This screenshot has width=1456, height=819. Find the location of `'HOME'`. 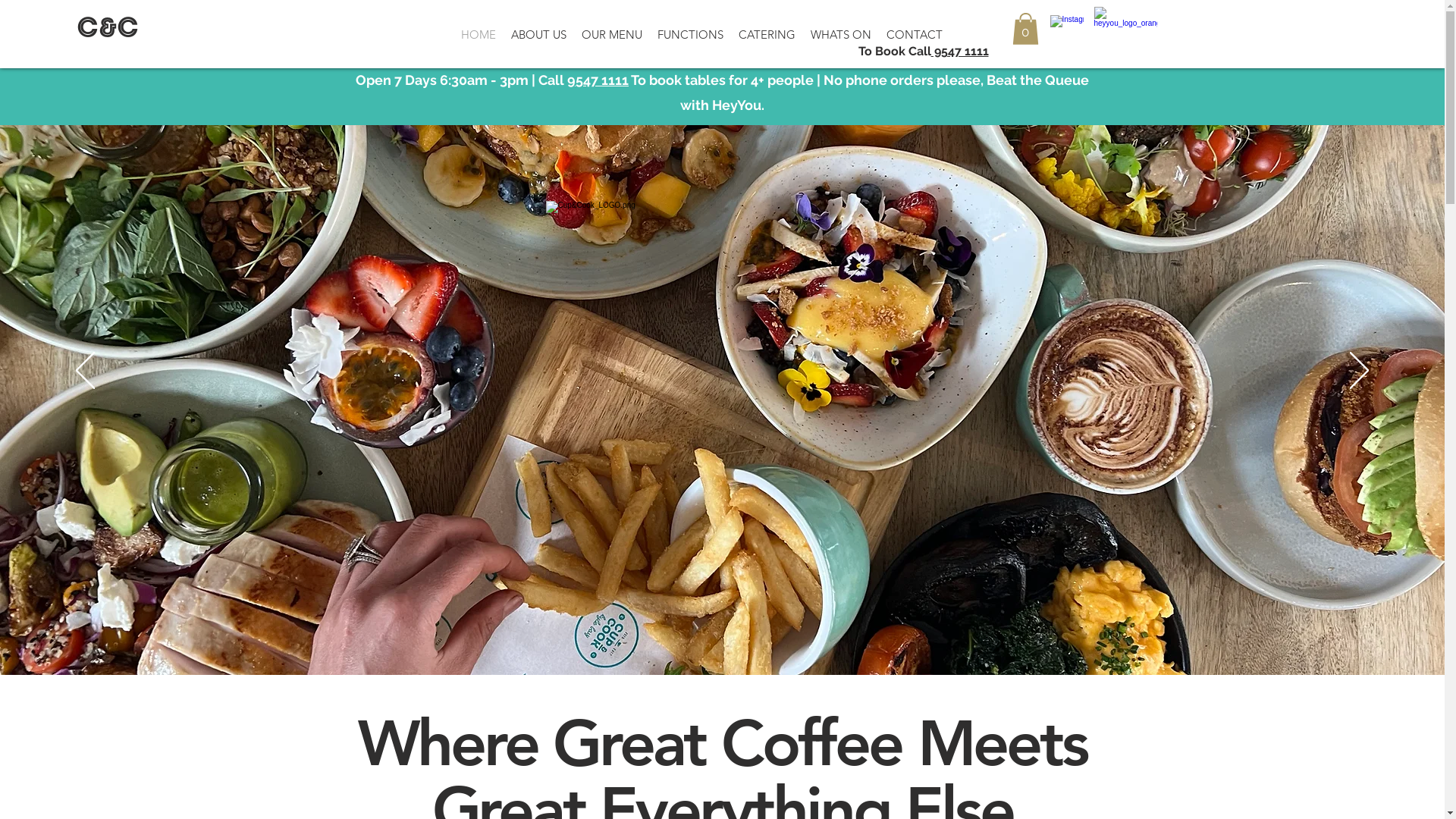

'HOME' is located at coordinates (477, 34).